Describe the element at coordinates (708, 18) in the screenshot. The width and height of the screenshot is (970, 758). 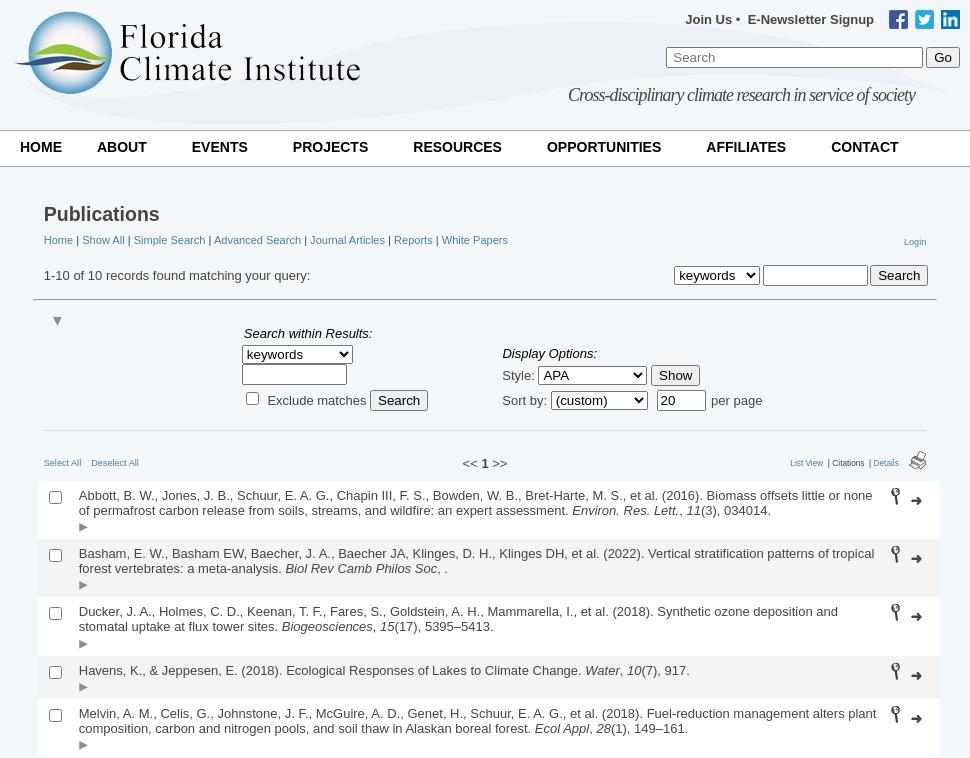
I see `'Join Us'` at that location.